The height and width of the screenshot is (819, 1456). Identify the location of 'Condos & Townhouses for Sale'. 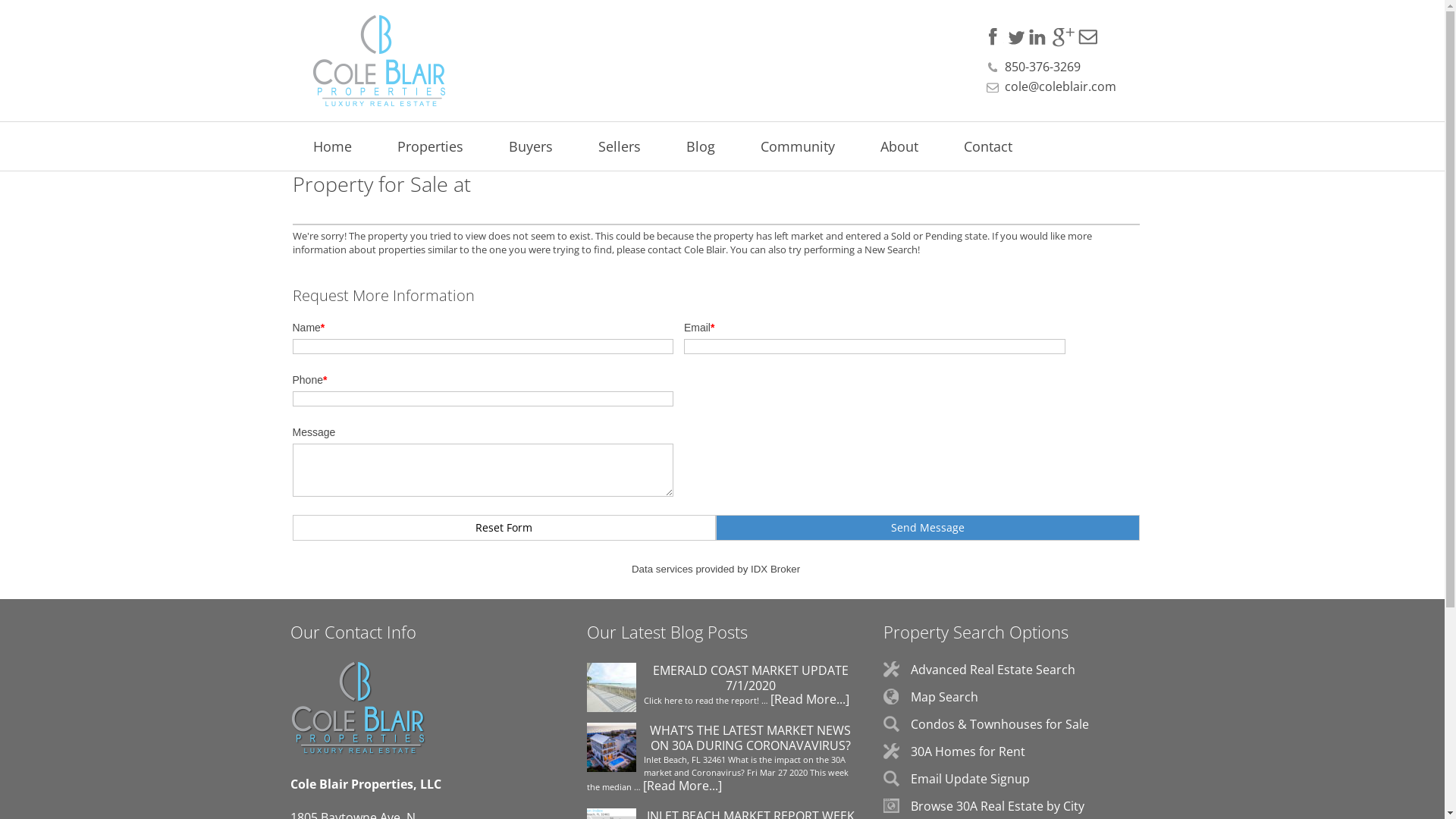
(910, 723).